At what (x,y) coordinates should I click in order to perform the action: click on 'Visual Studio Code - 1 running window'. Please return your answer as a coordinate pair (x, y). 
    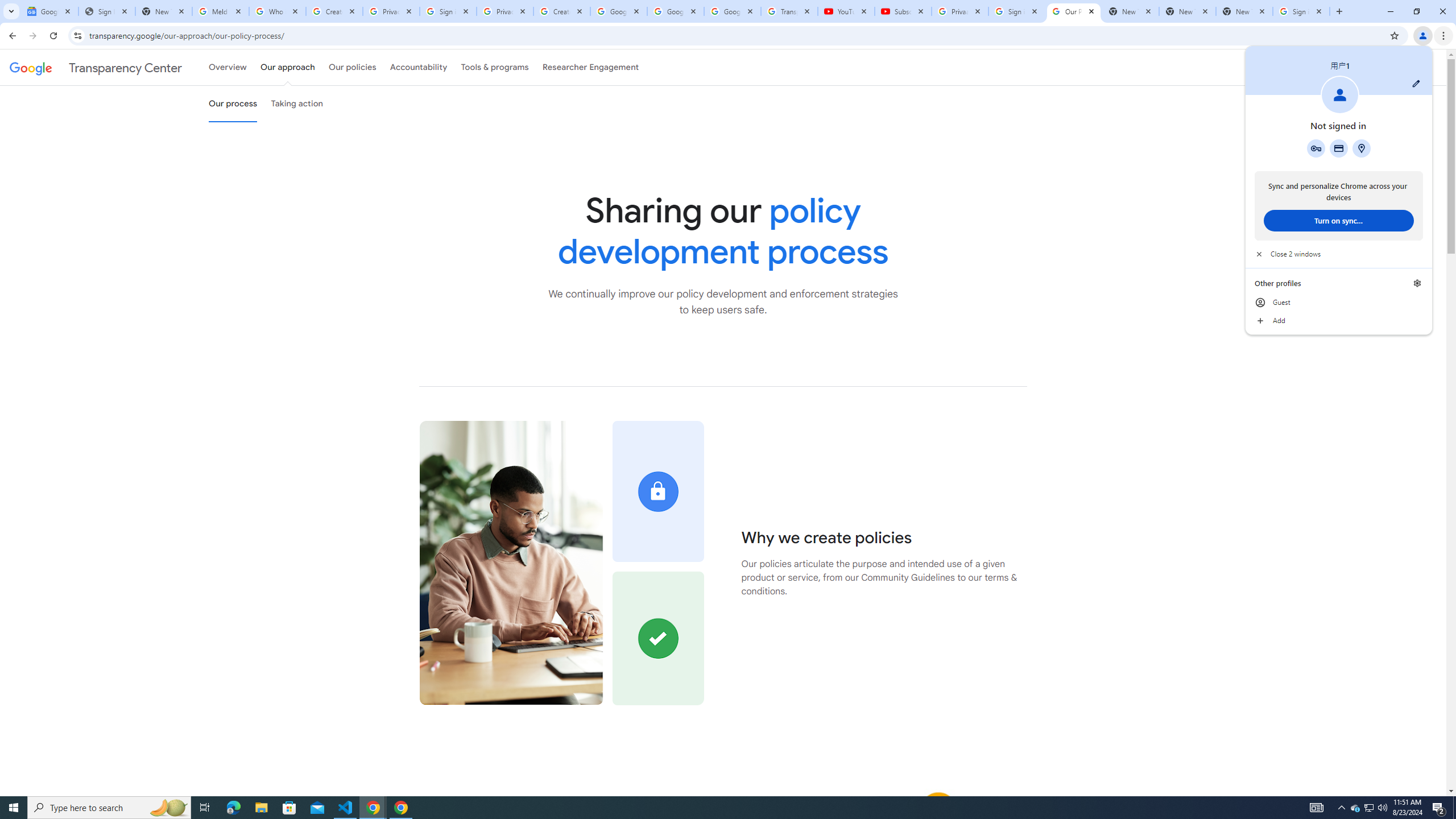
    Looking at the image, I should click on (345, 806).